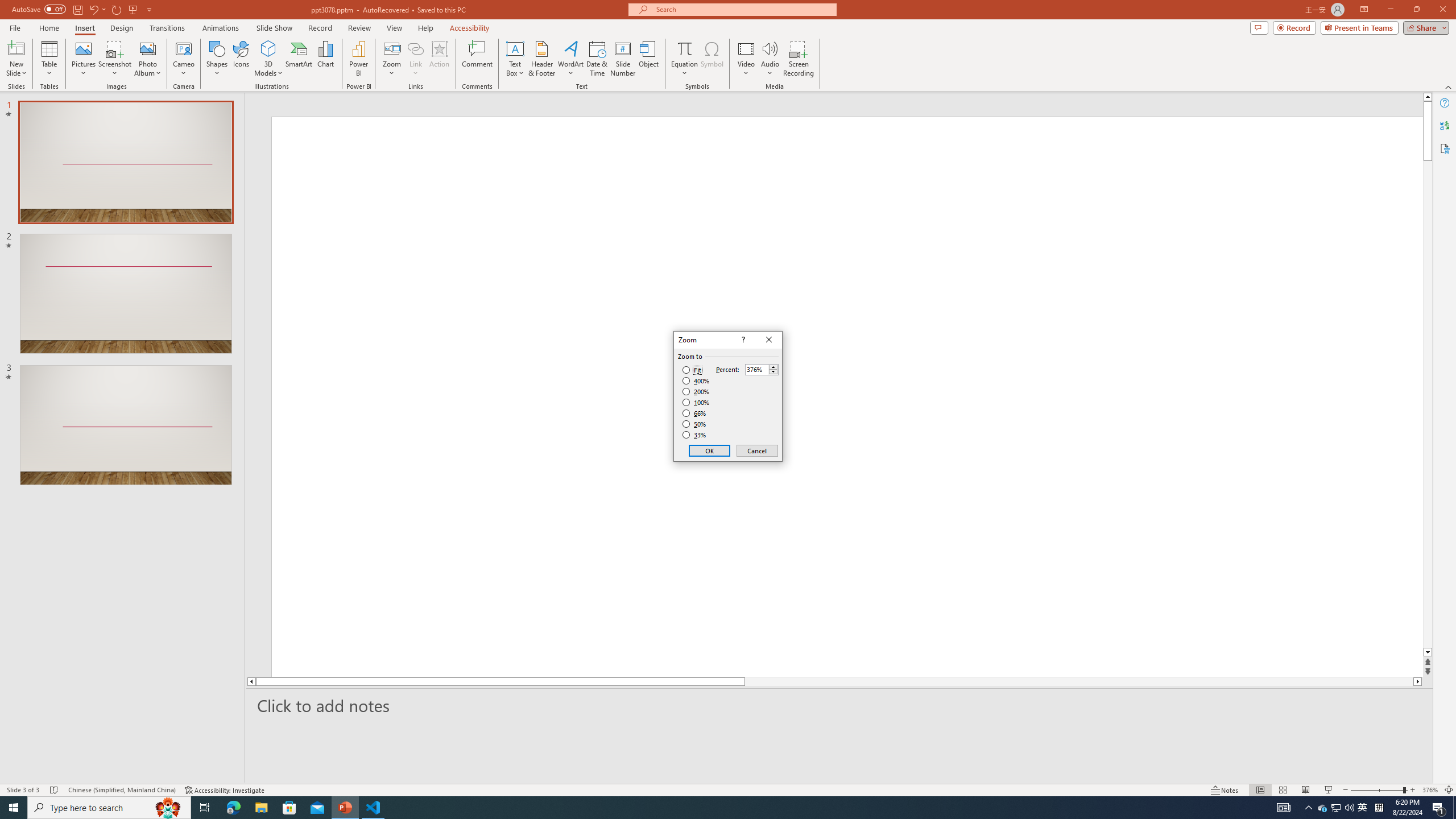 The height and width of the screenshot is (819, 1456). Describe the element at coordinates (762, 369) in the screenshot. I see `'Percent'` at that location.